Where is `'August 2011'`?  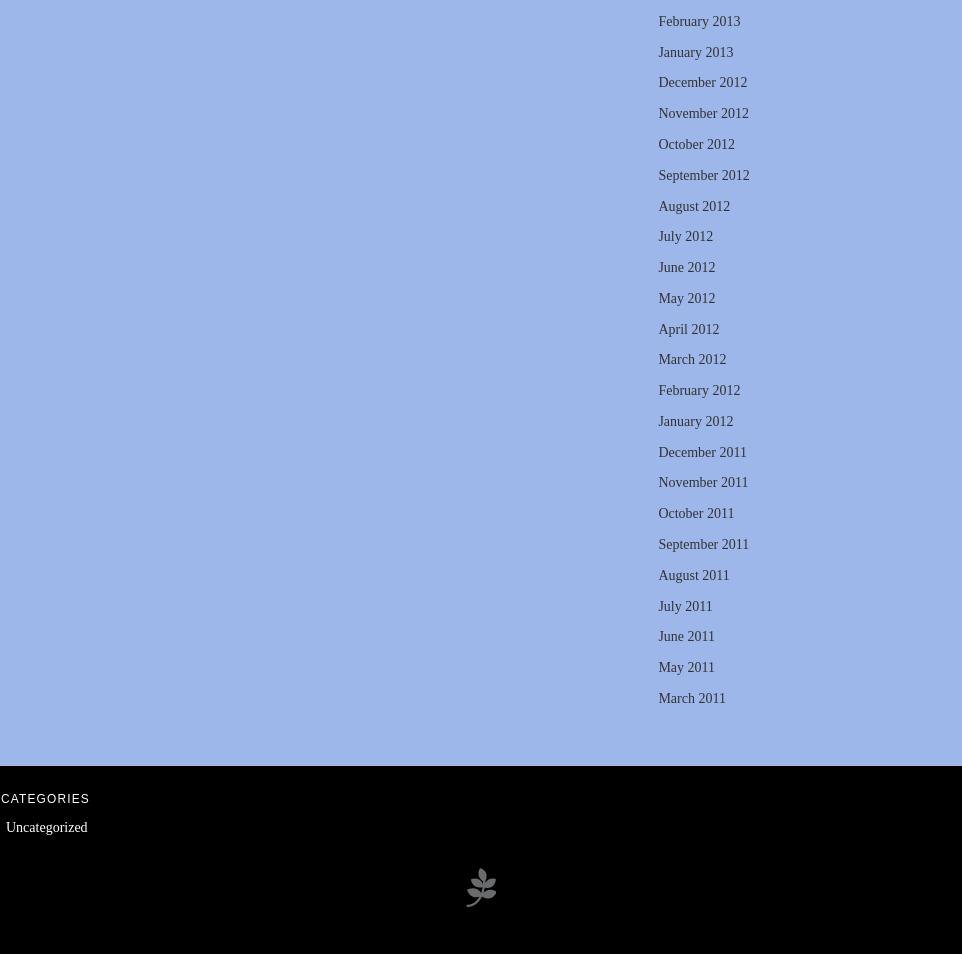
'August 2011' is located at coordinates (692, 573).